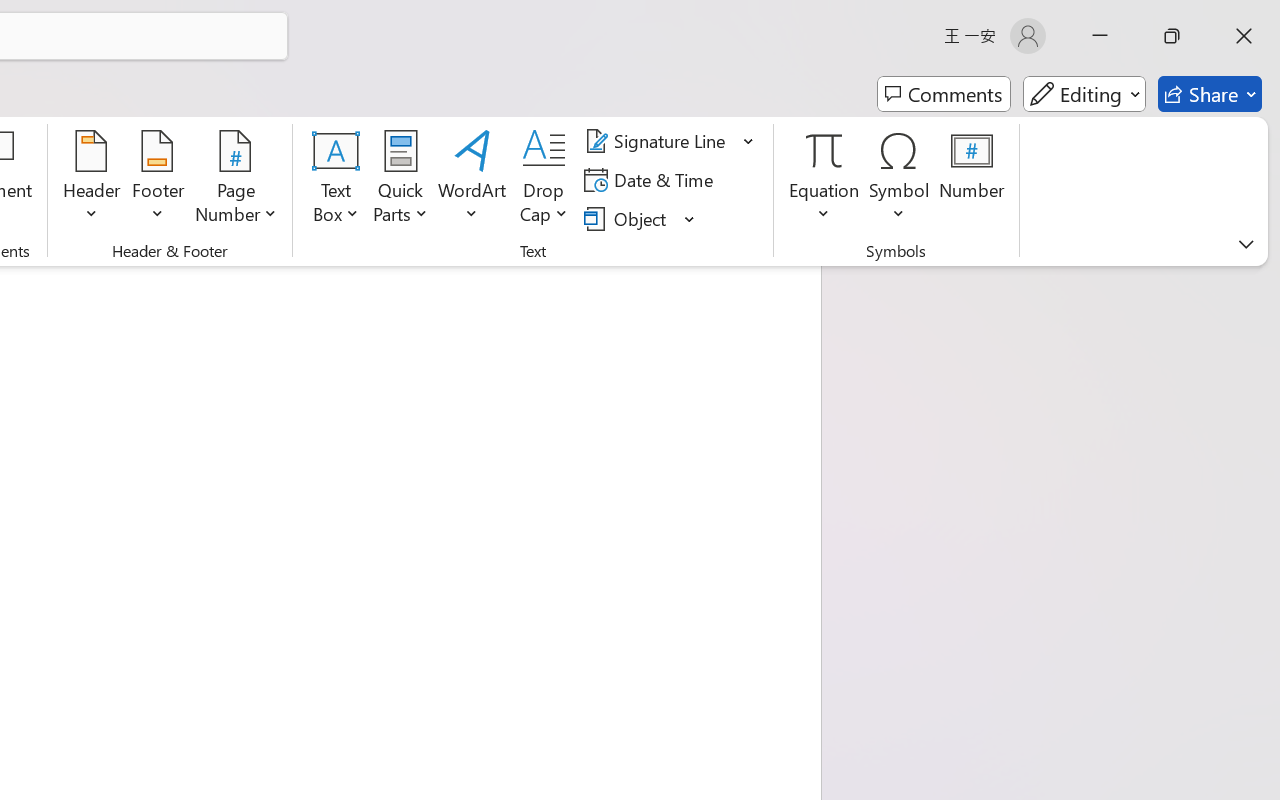 The width and height of the screenshot is (1280, 800). Describe the element at coordinates (1099, 35) in the screenshot. I see `'Minimize'` at that location.